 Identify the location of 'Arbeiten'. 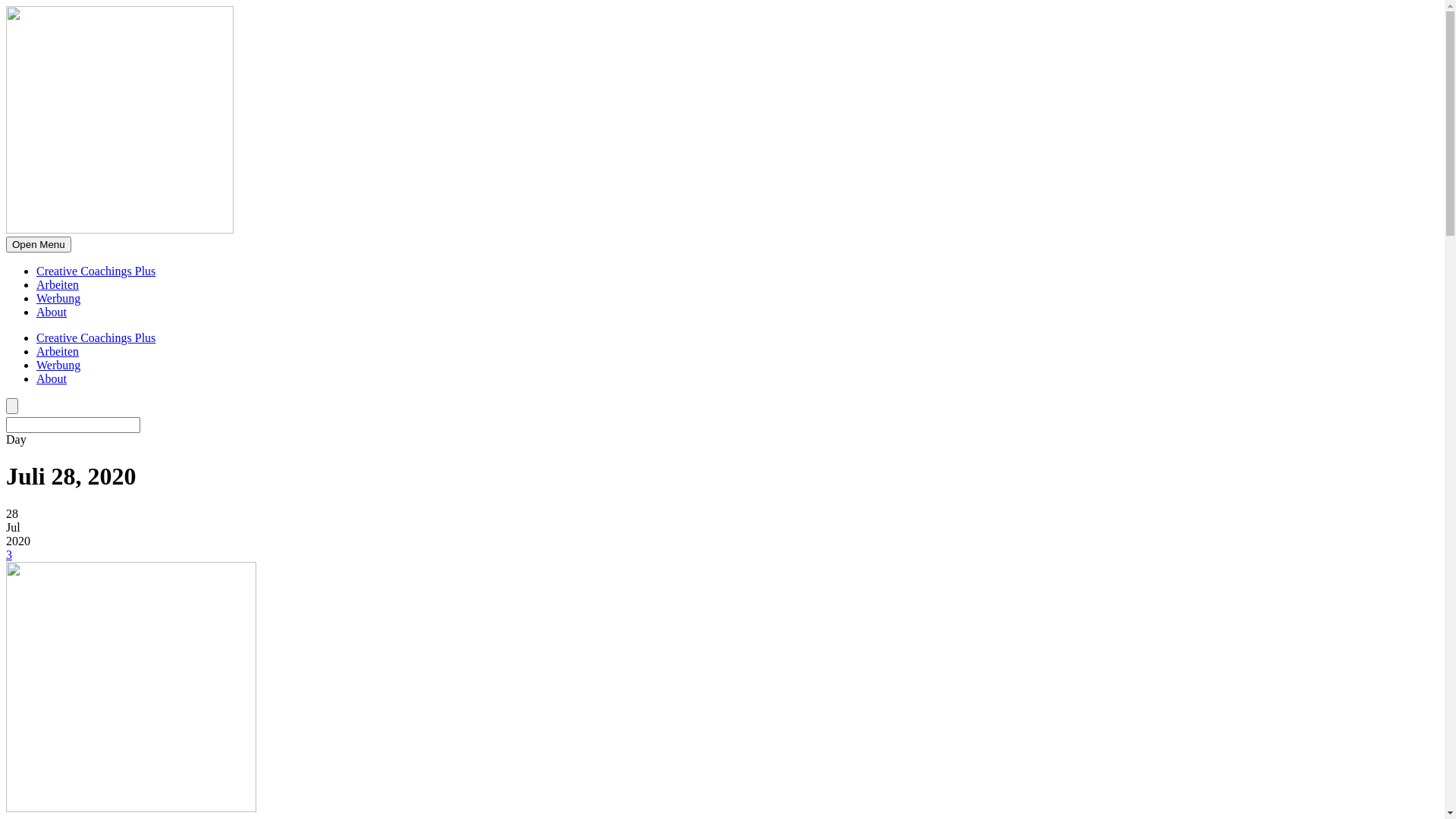
(58, 351).